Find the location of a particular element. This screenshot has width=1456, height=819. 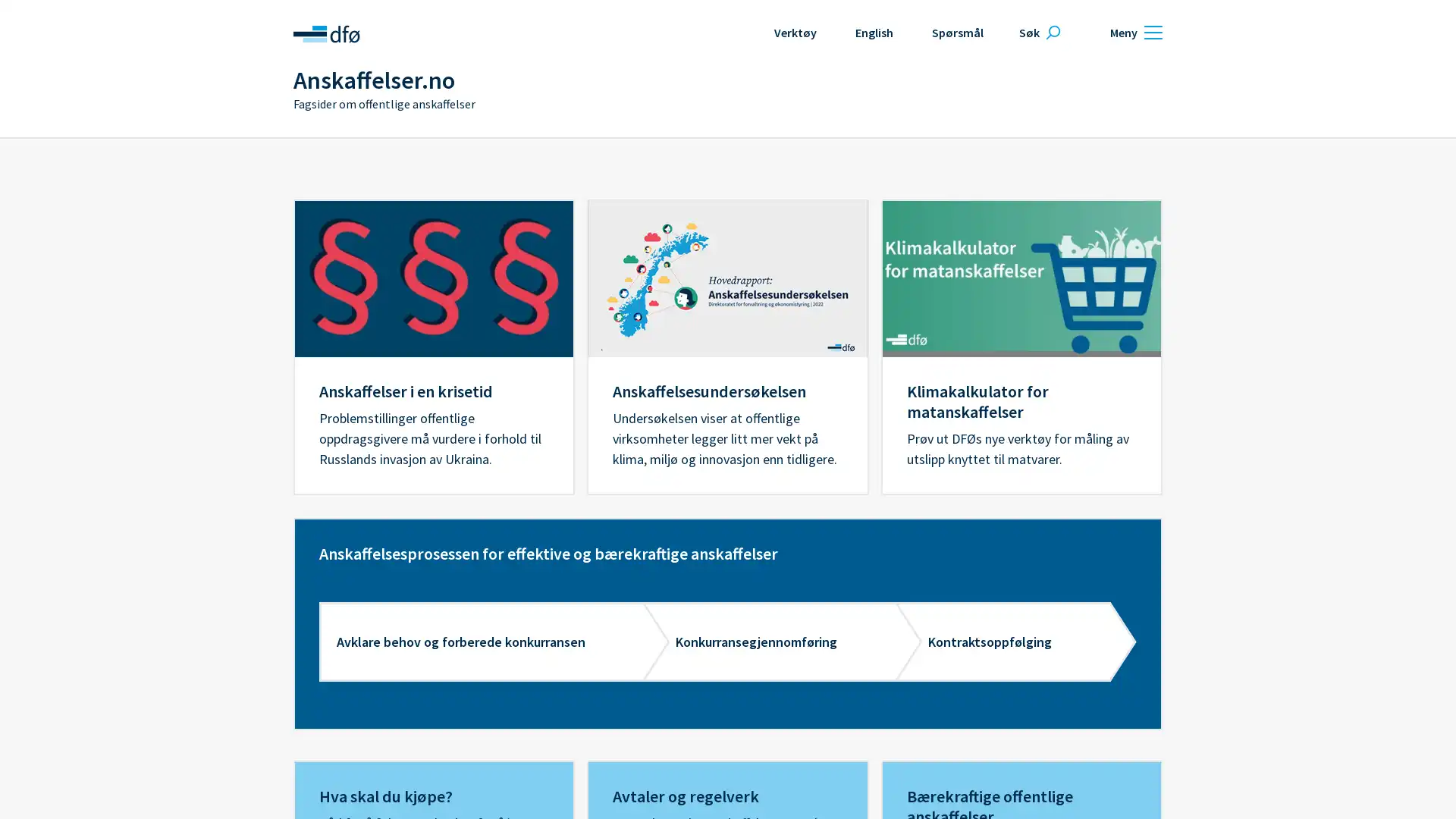

Sk is located at coordinates (1037, 32).